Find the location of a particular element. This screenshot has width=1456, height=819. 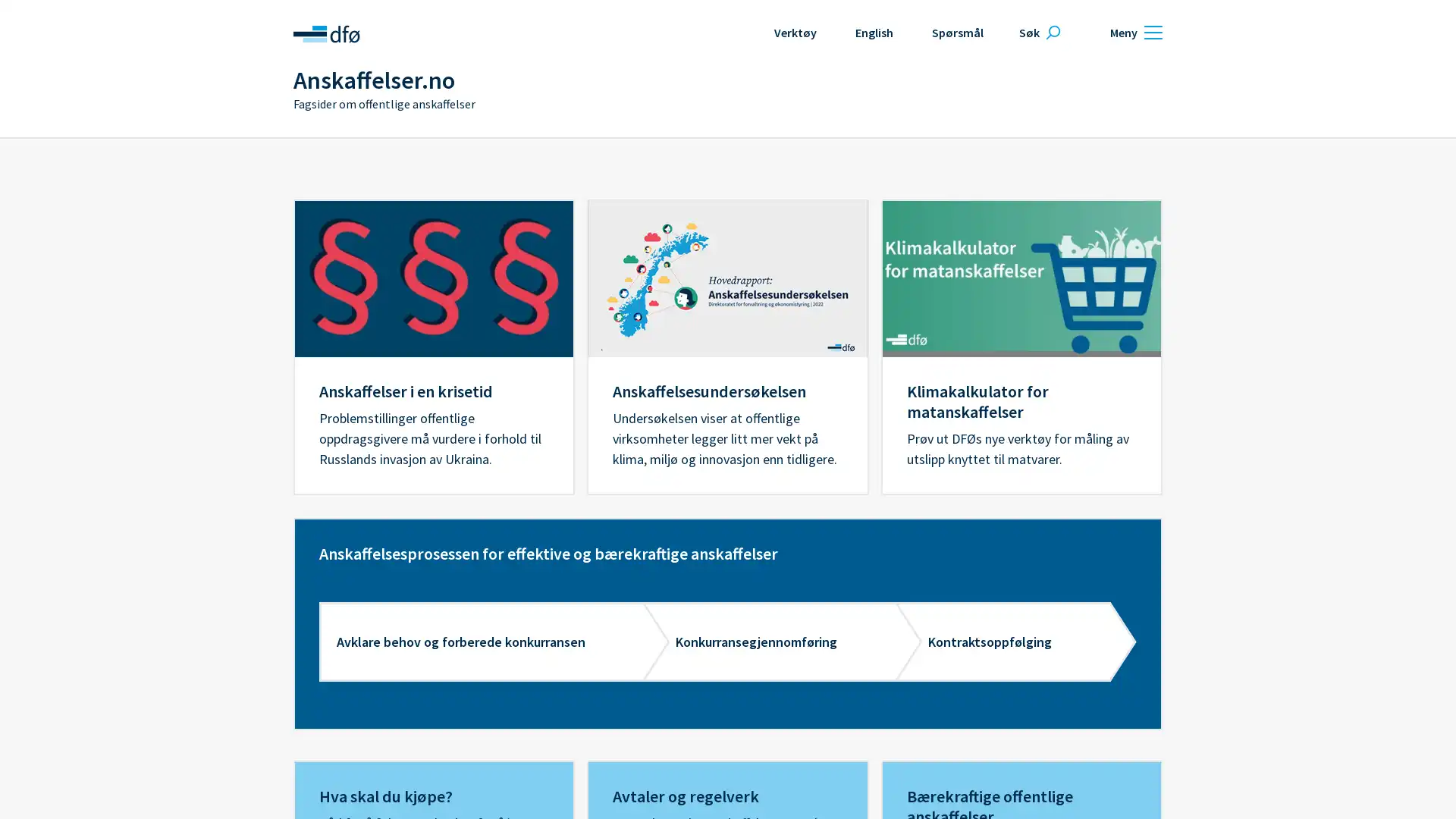

Sk is located at coordinates (1037, 32).